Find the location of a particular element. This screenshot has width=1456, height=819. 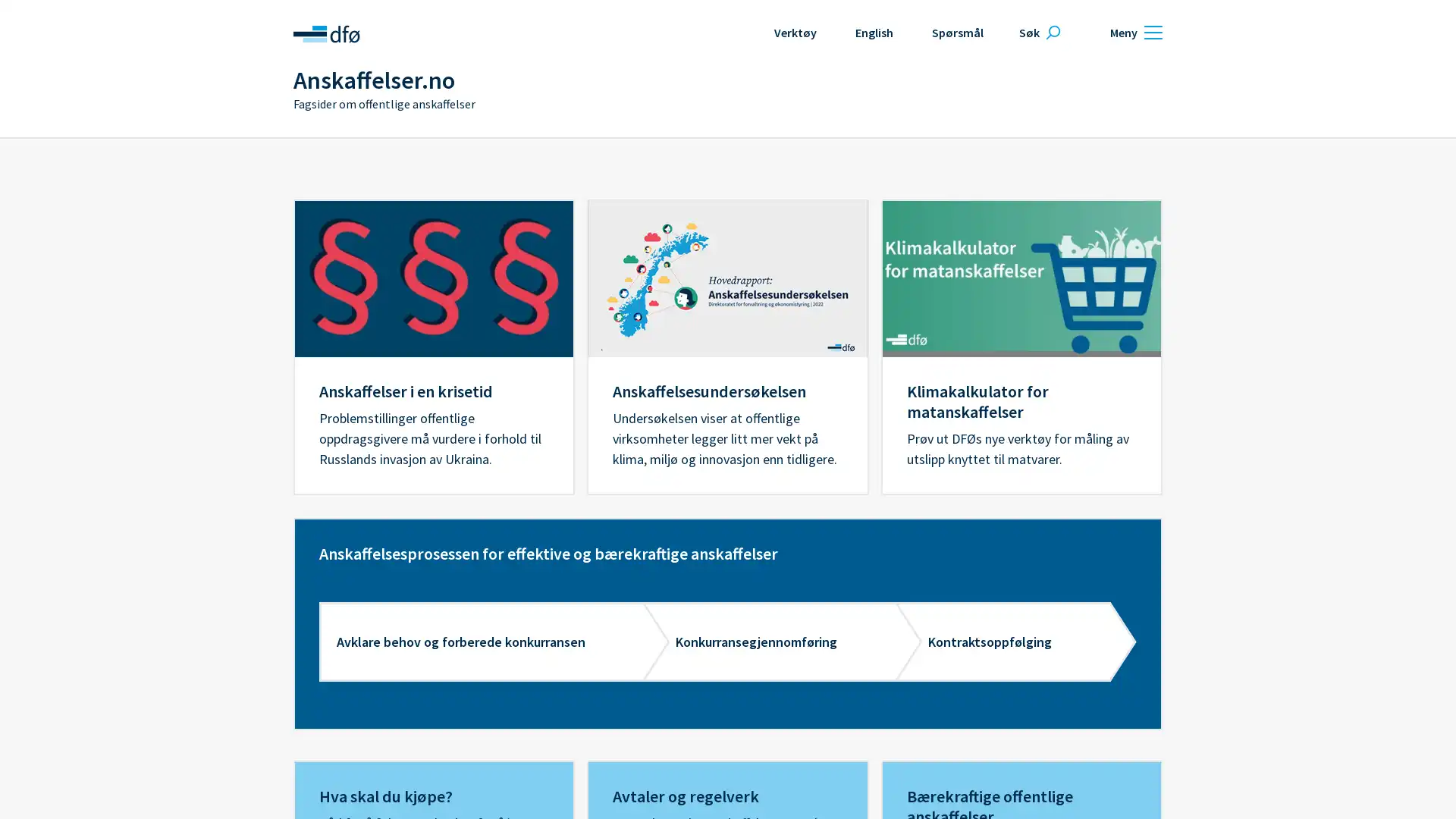

Sk is located at coordinates (1037, 32).